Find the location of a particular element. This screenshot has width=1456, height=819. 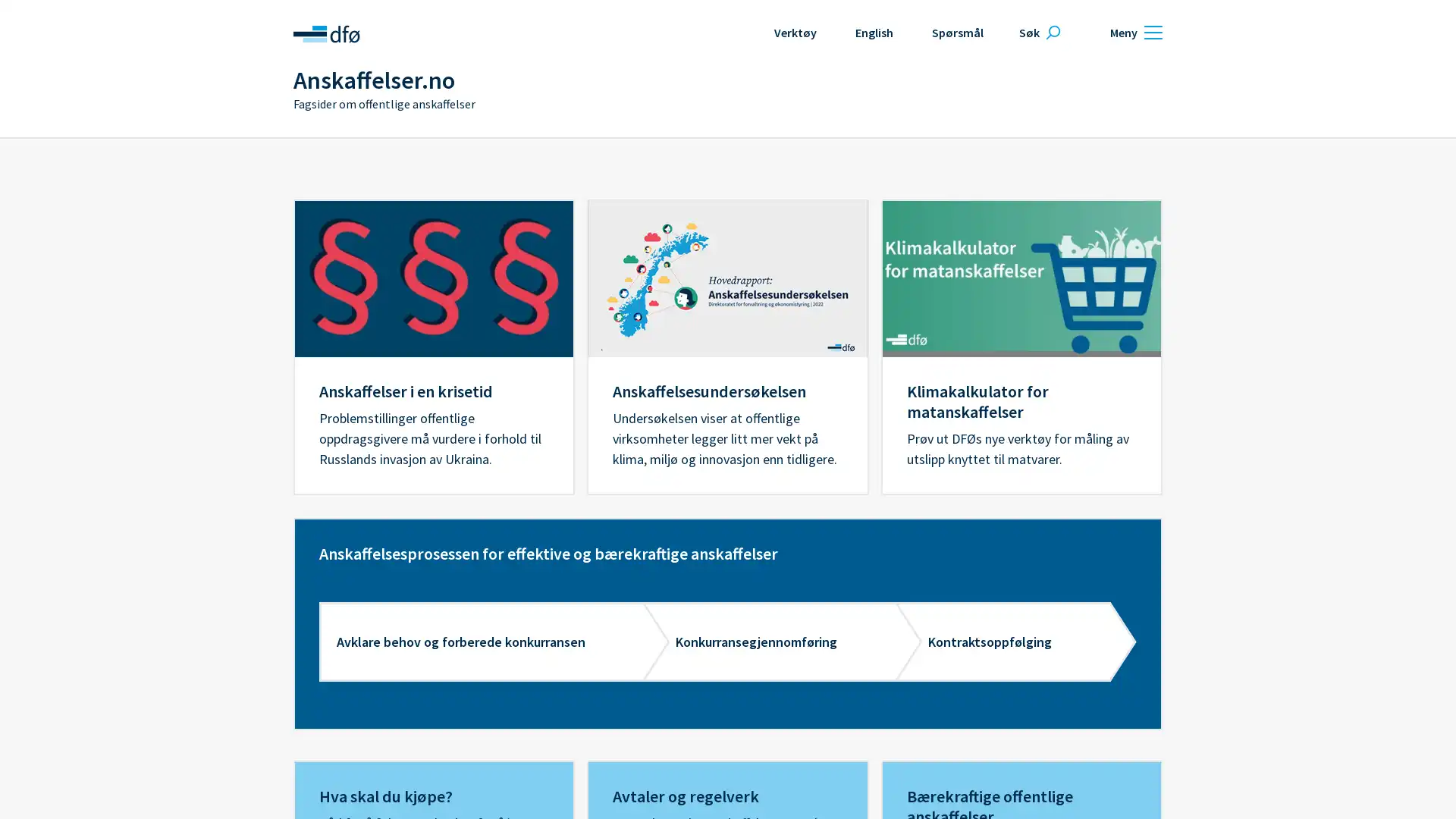

Sk is located at coordinates (1037, 32).